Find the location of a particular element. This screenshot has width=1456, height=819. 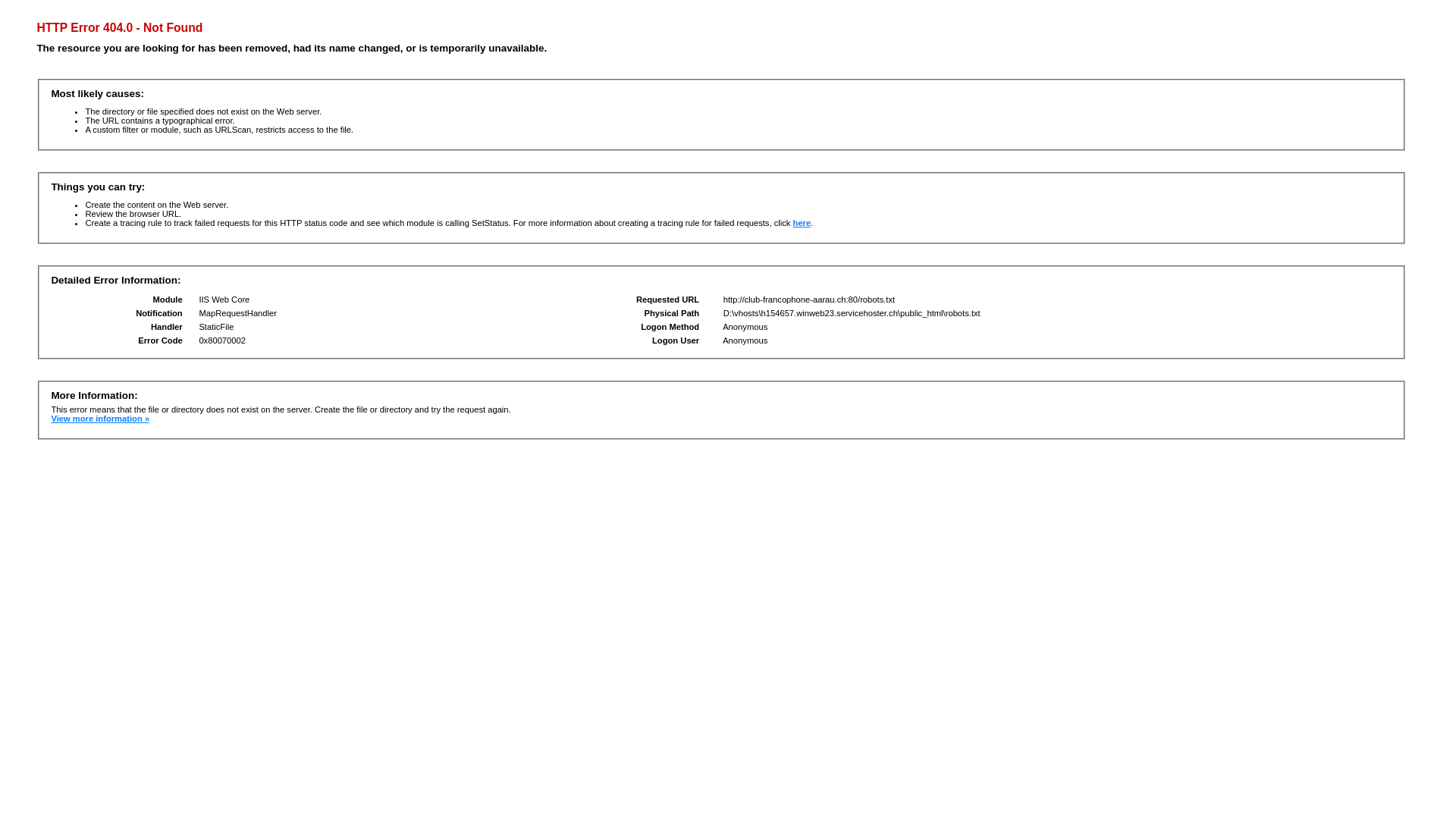

'here' is located at coordinates (801, 222).